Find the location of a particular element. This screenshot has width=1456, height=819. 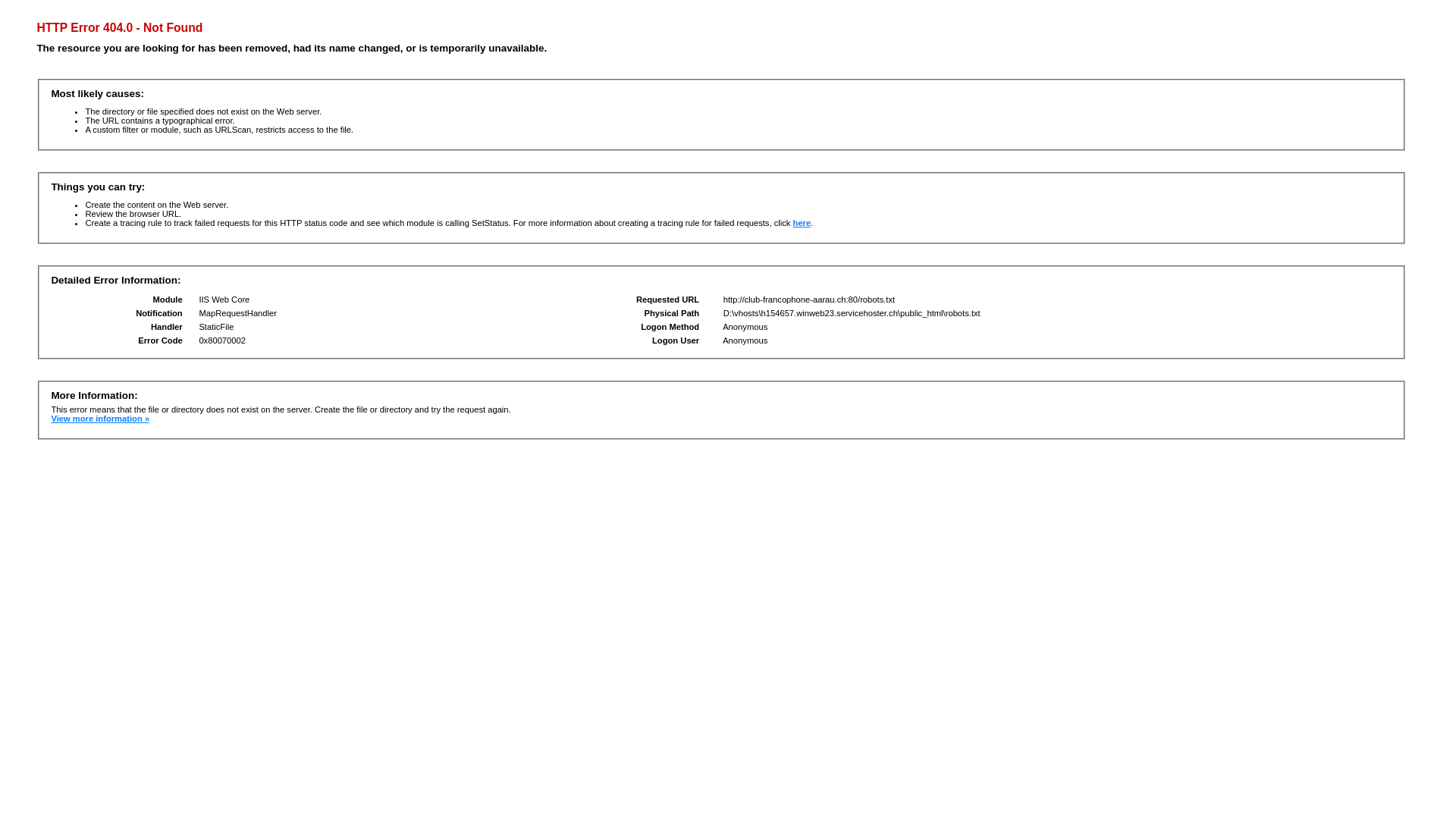

'here' is located at coordinates (801, 222).